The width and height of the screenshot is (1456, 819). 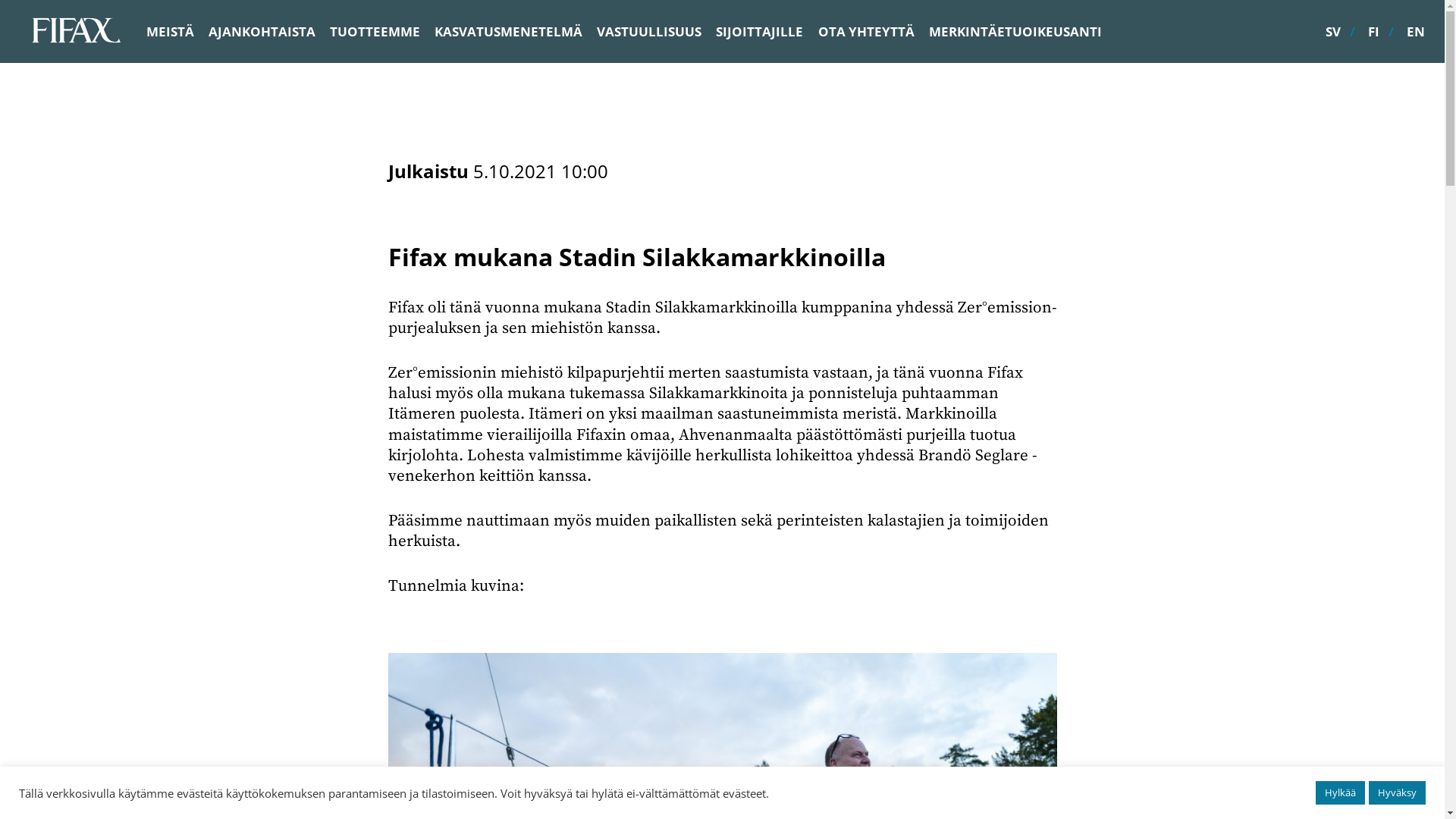 What do you see at coordinates (1373, 31) in the screenshot?
I see `'FI'` at bounding box center [1373, 31].